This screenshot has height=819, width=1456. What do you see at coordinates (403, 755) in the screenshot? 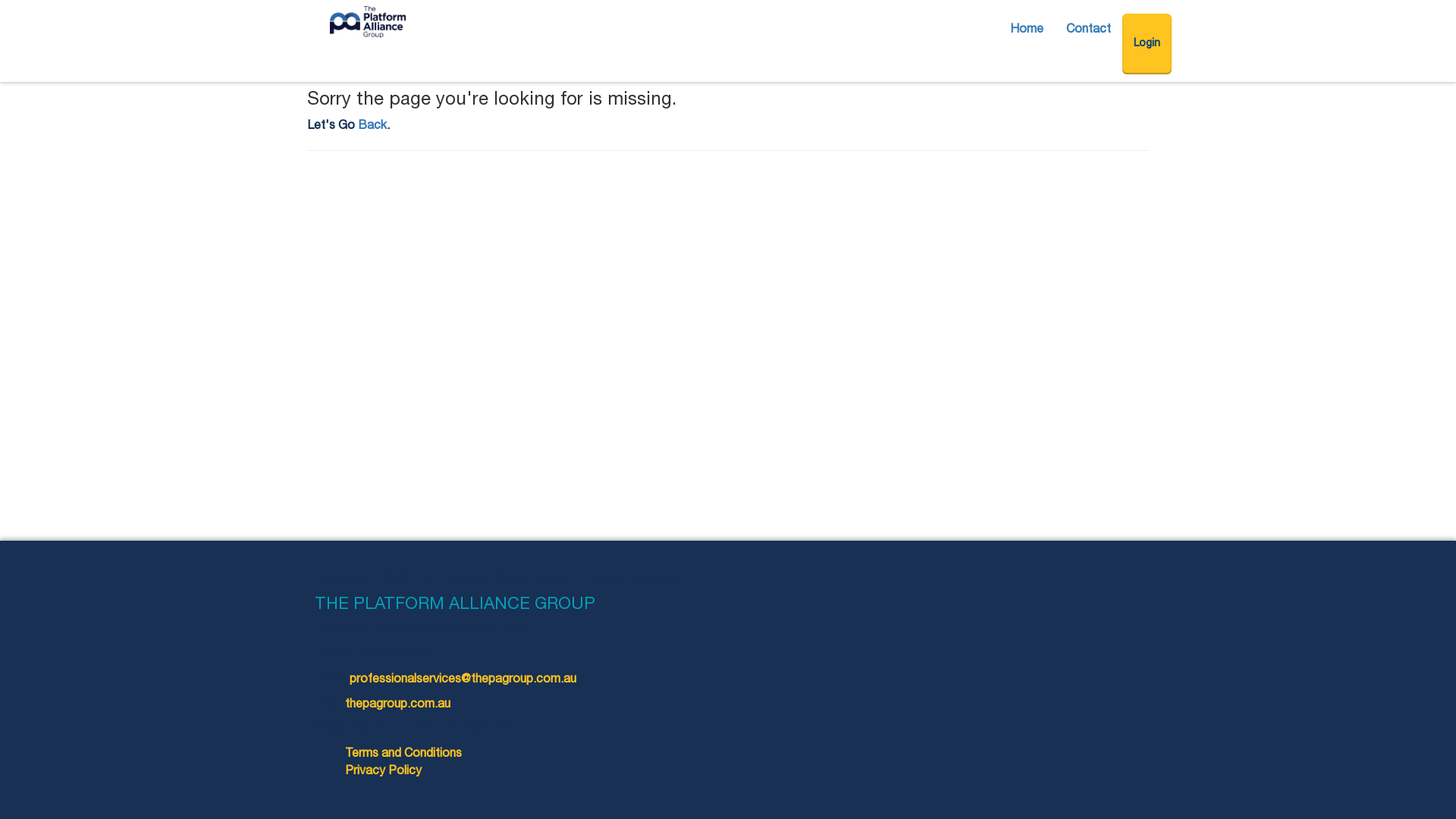
I see `'Terms and Conditions'` at bounding box center [403, 755].